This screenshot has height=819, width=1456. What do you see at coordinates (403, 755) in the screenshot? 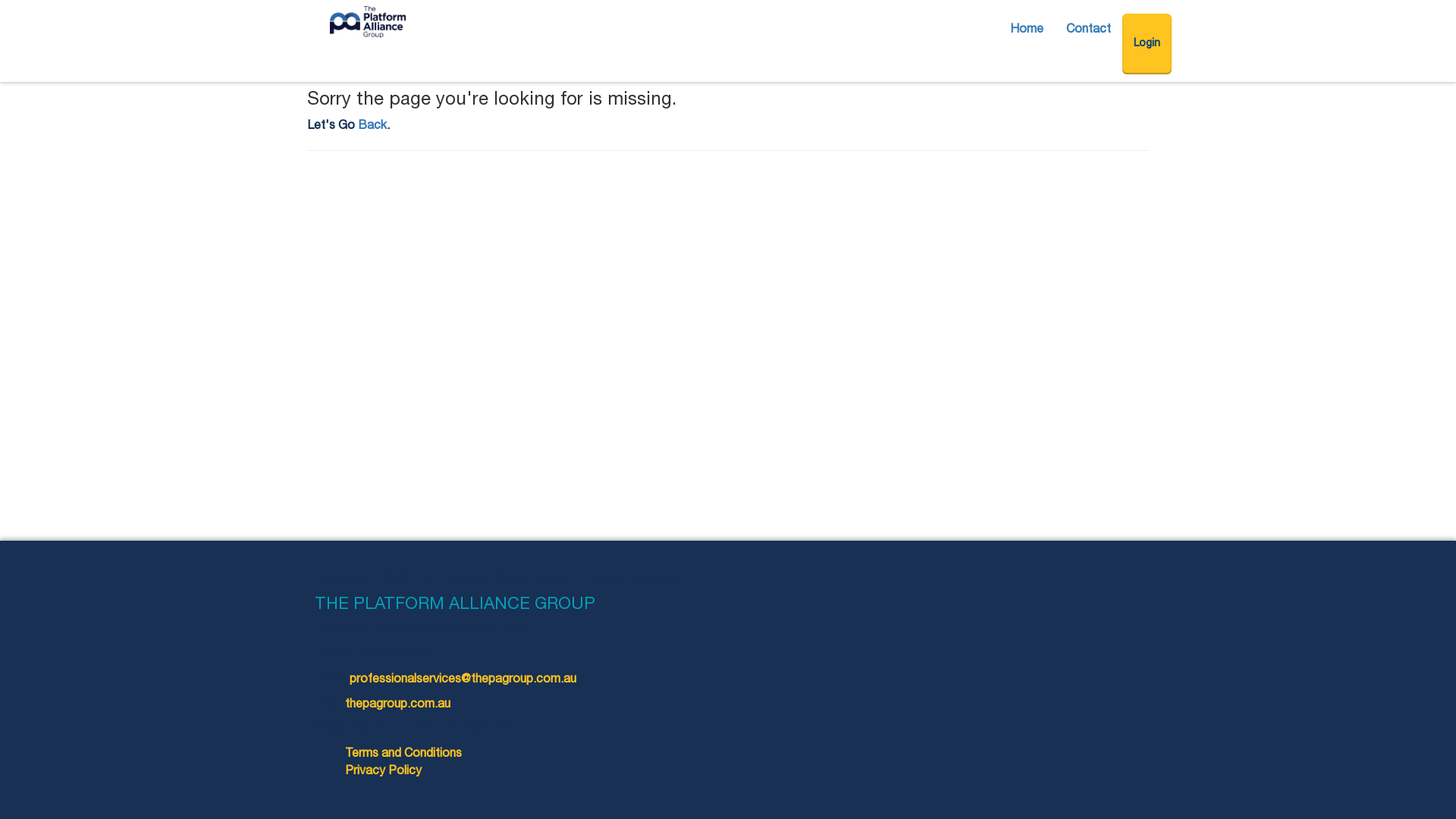
I see `'Terms and Conditions'` at bounding box center [403, 755].